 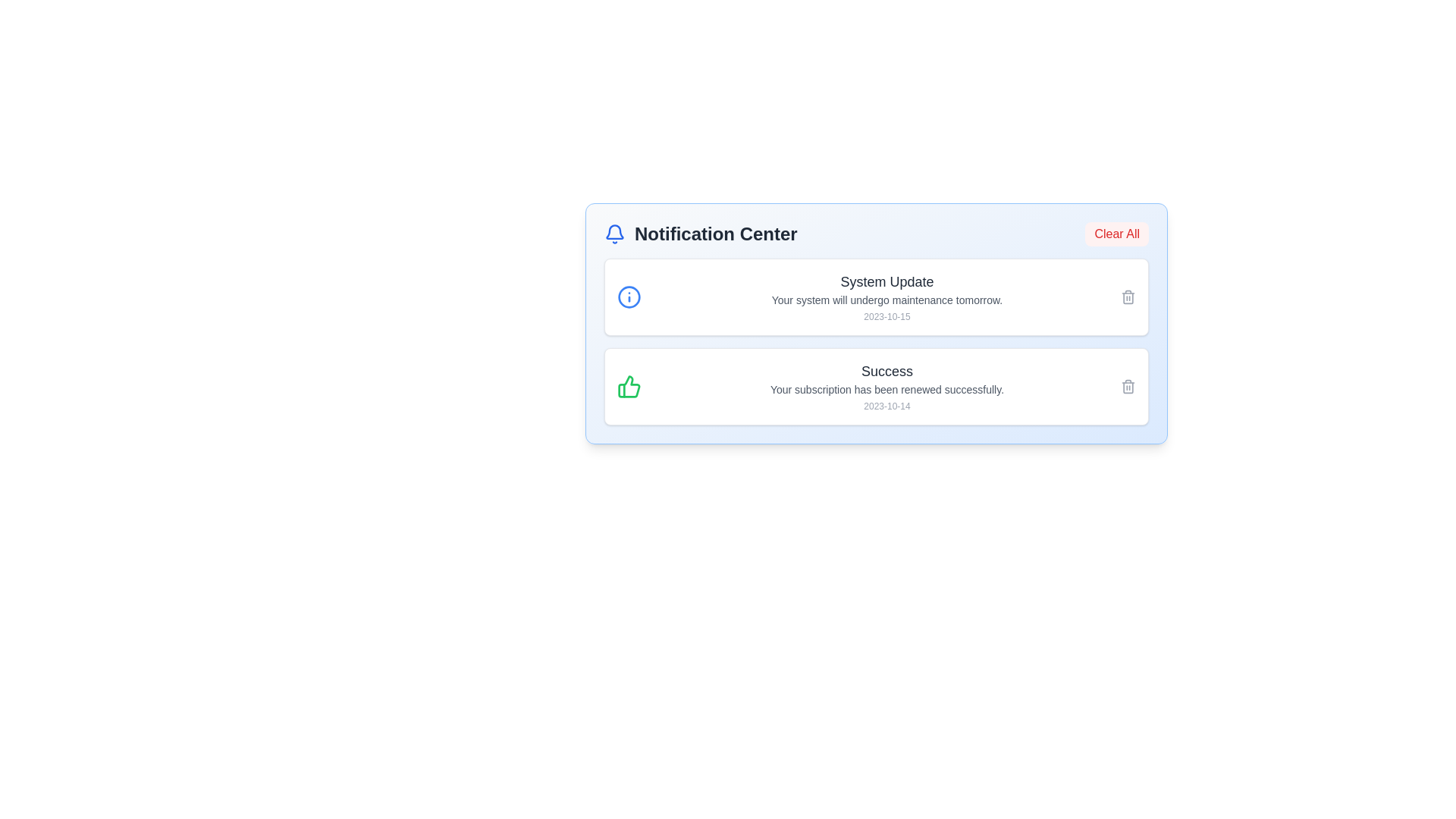 What do you see at coordinates (1128, 297) in the screenshot?
I see `the trash icon button located at the far-right side of the 'System Update' notification card to change its color` at bounding box center [1128, 297].